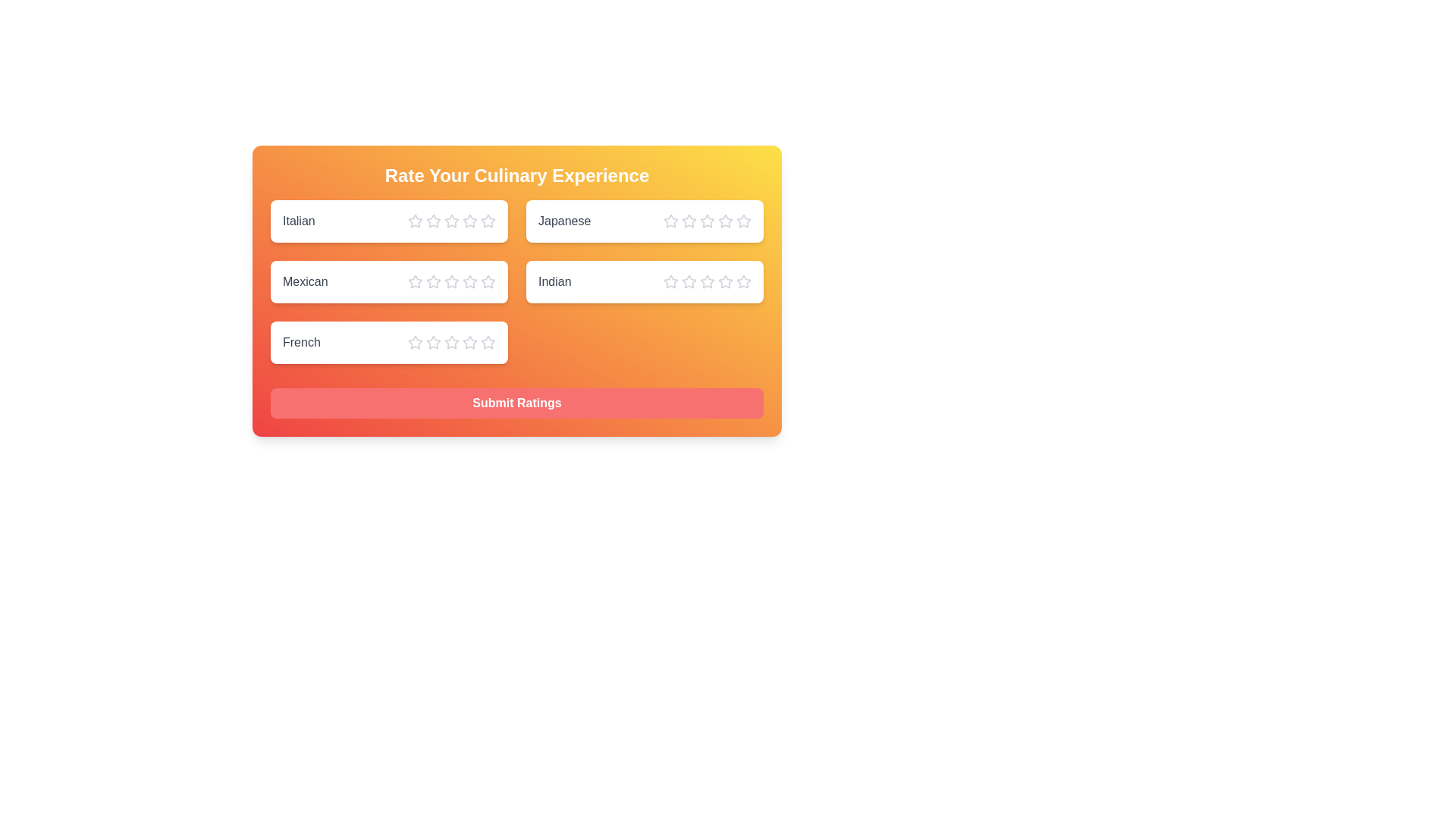 This screenshot has height=819, width=1456. Describe the element at coordinates (688, 221) in the screenshot. I see `the star corresponding to the rating 2 for the cuisine Japanese` at that location.